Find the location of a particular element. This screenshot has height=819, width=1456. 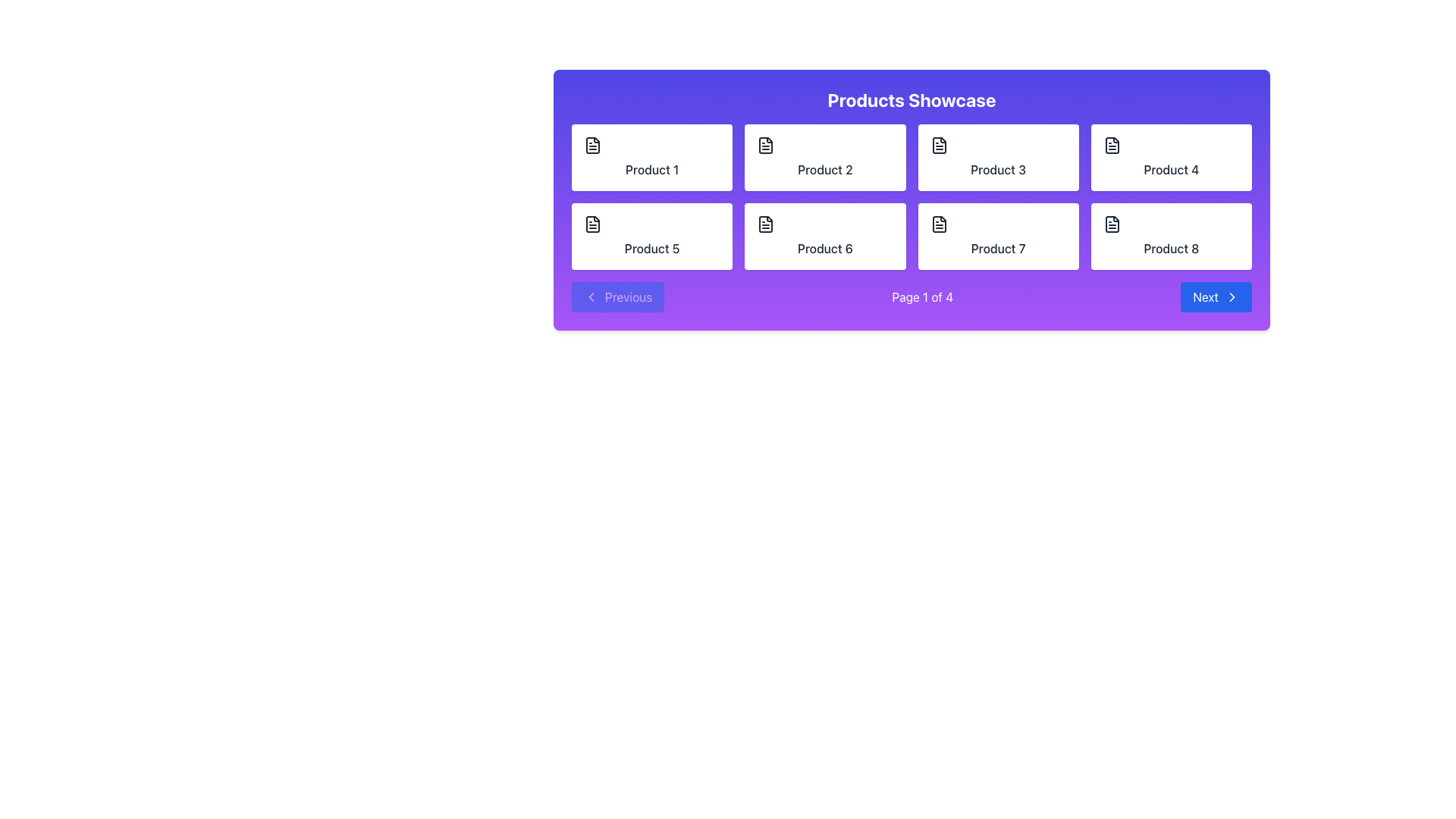

the graphical icon resembling a document file located above the text 'Product 1' in the grid layout is located at coordinates (592, 146).